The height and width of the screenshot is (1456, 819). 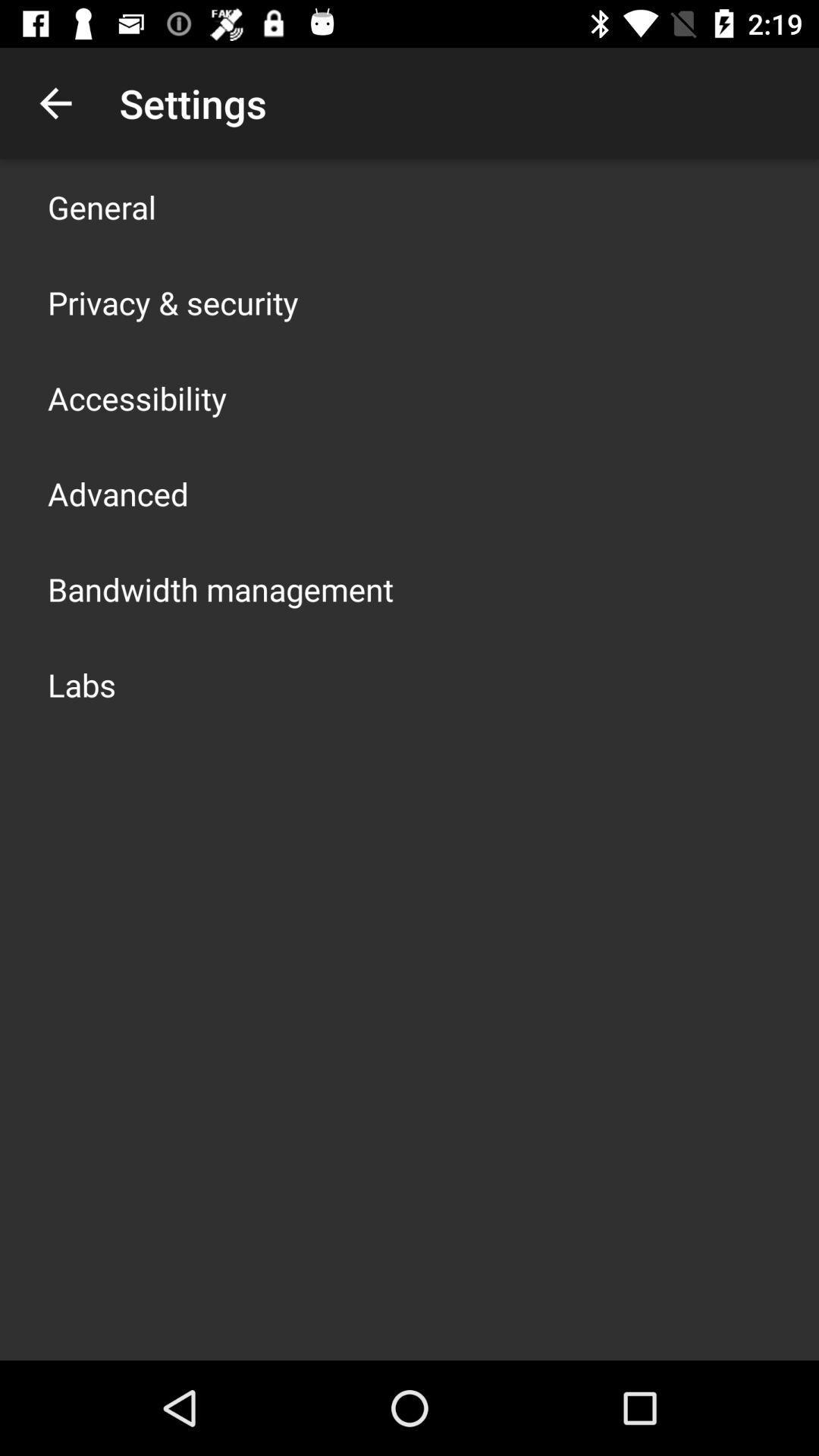 What do you see at coordinates (55, 102) in the screenshot?
I see `app to the left of settings app` at bounding box center [55, 102].